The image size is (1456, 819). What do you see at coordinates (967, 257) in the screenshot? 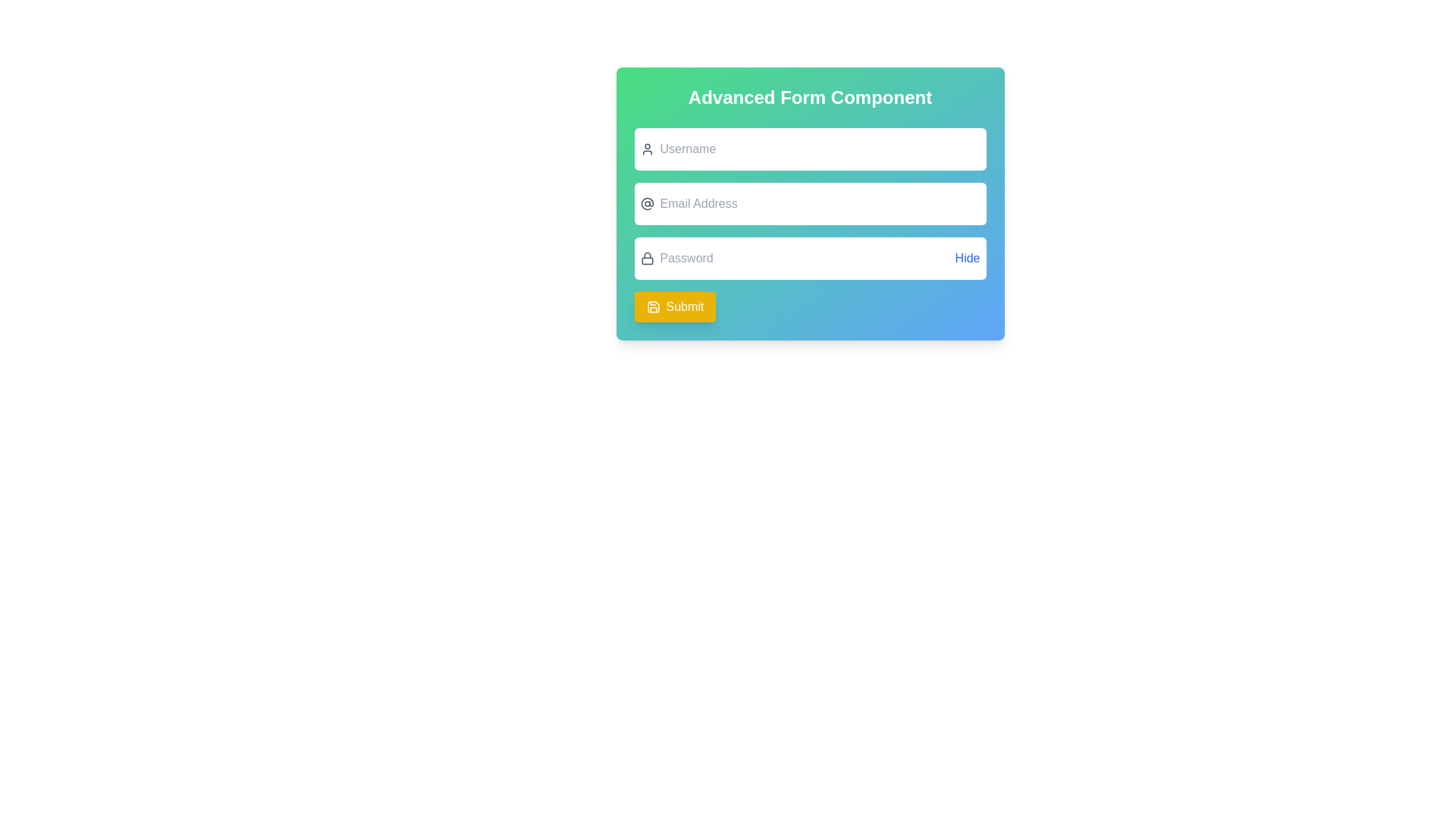
I see `the 'Hide' button styled with a blue font` at bounding box center [967, 257].